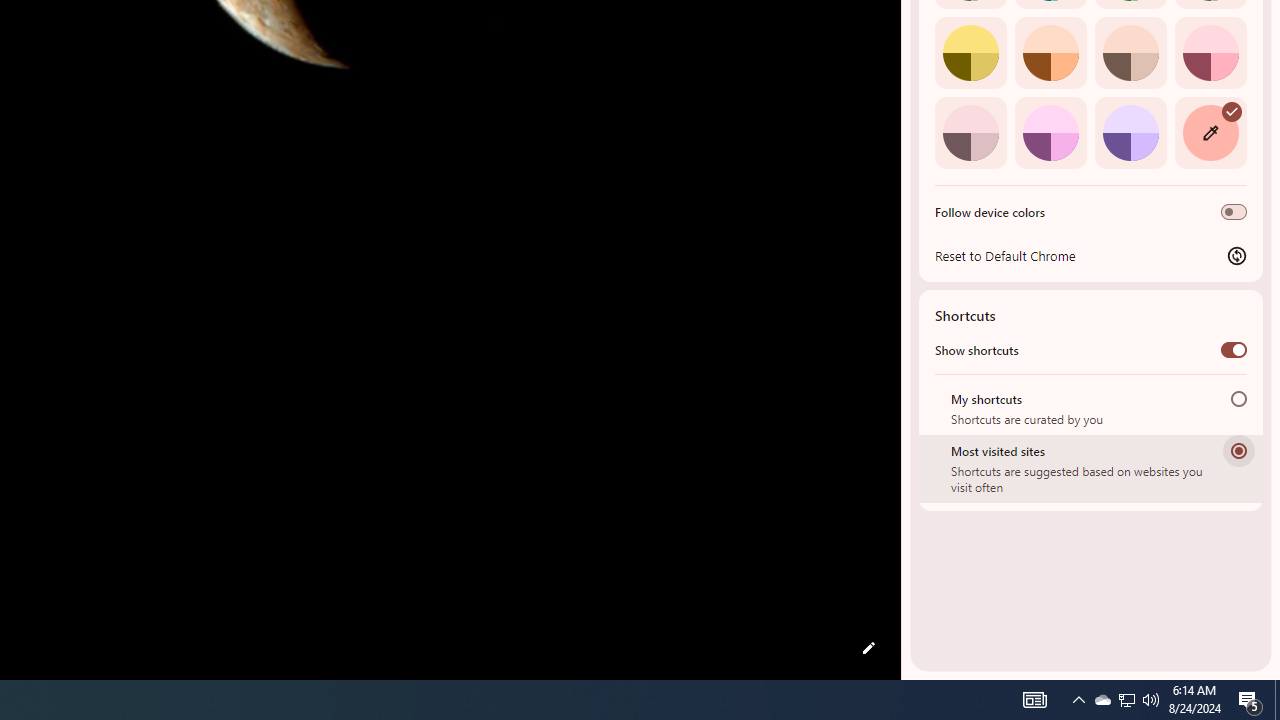 Image resolution: width=1280 pixels, height=720 pixels. I want to click on 'Show shortcuts', so click(1232, 348).